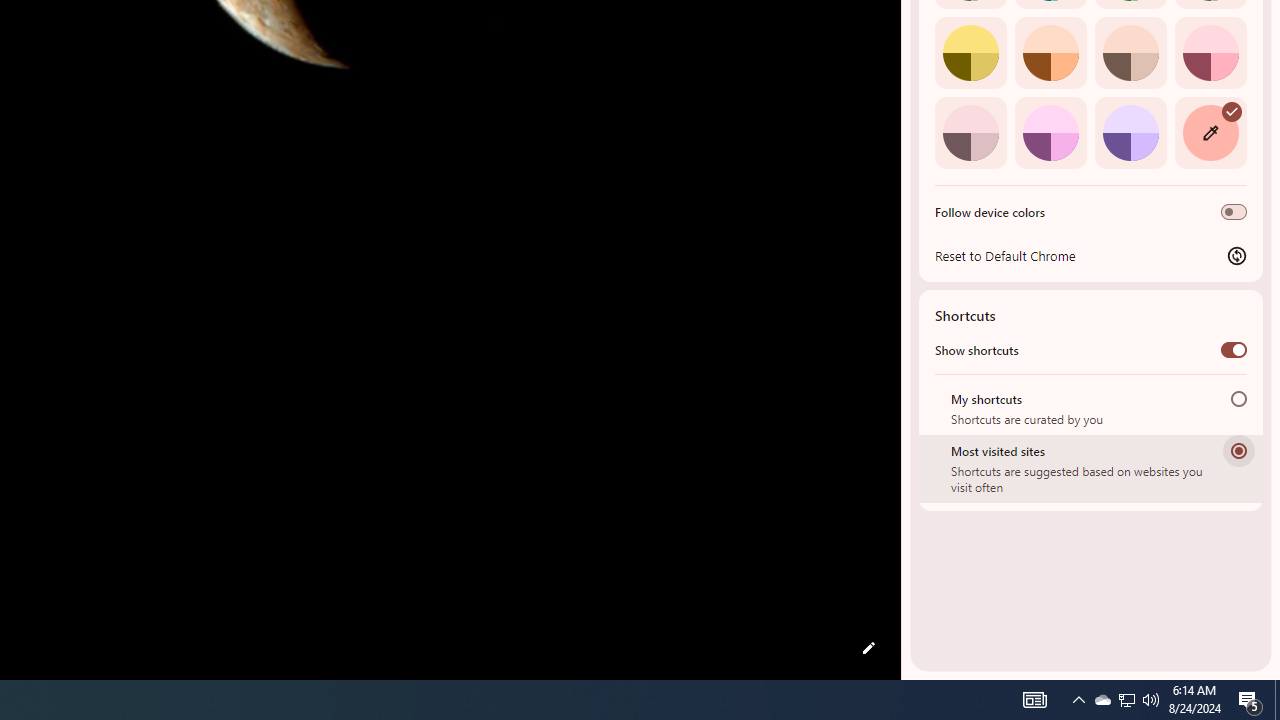 Image resolution: width=1280 pixels, height=720 pixels. I want to click on 'Show shortcuts', so click(1232, 348).